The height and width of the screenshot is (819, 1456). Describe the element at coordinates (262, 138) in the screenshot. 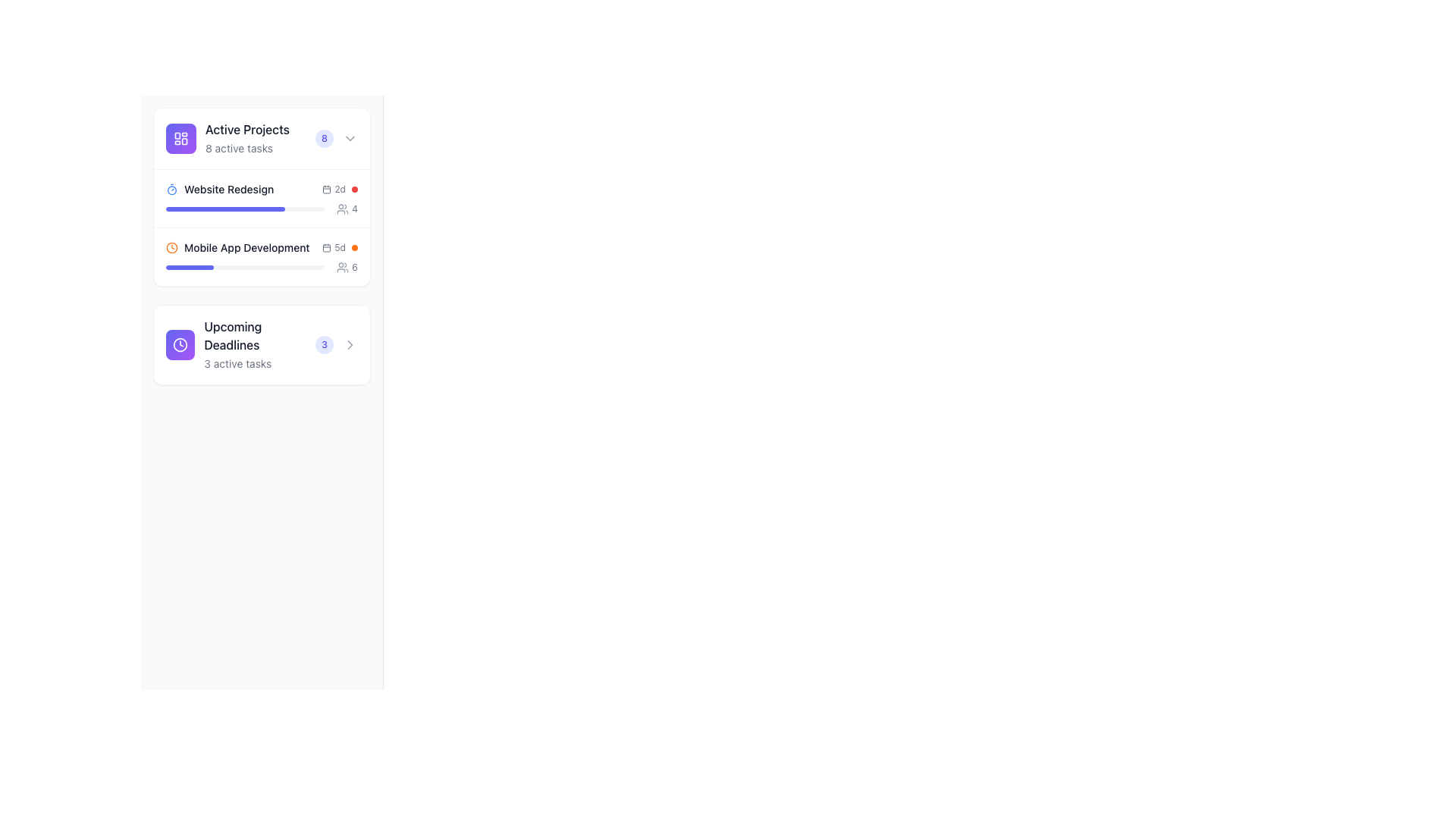

I see `the Interactive group header for 'Active Projects'` at that location.